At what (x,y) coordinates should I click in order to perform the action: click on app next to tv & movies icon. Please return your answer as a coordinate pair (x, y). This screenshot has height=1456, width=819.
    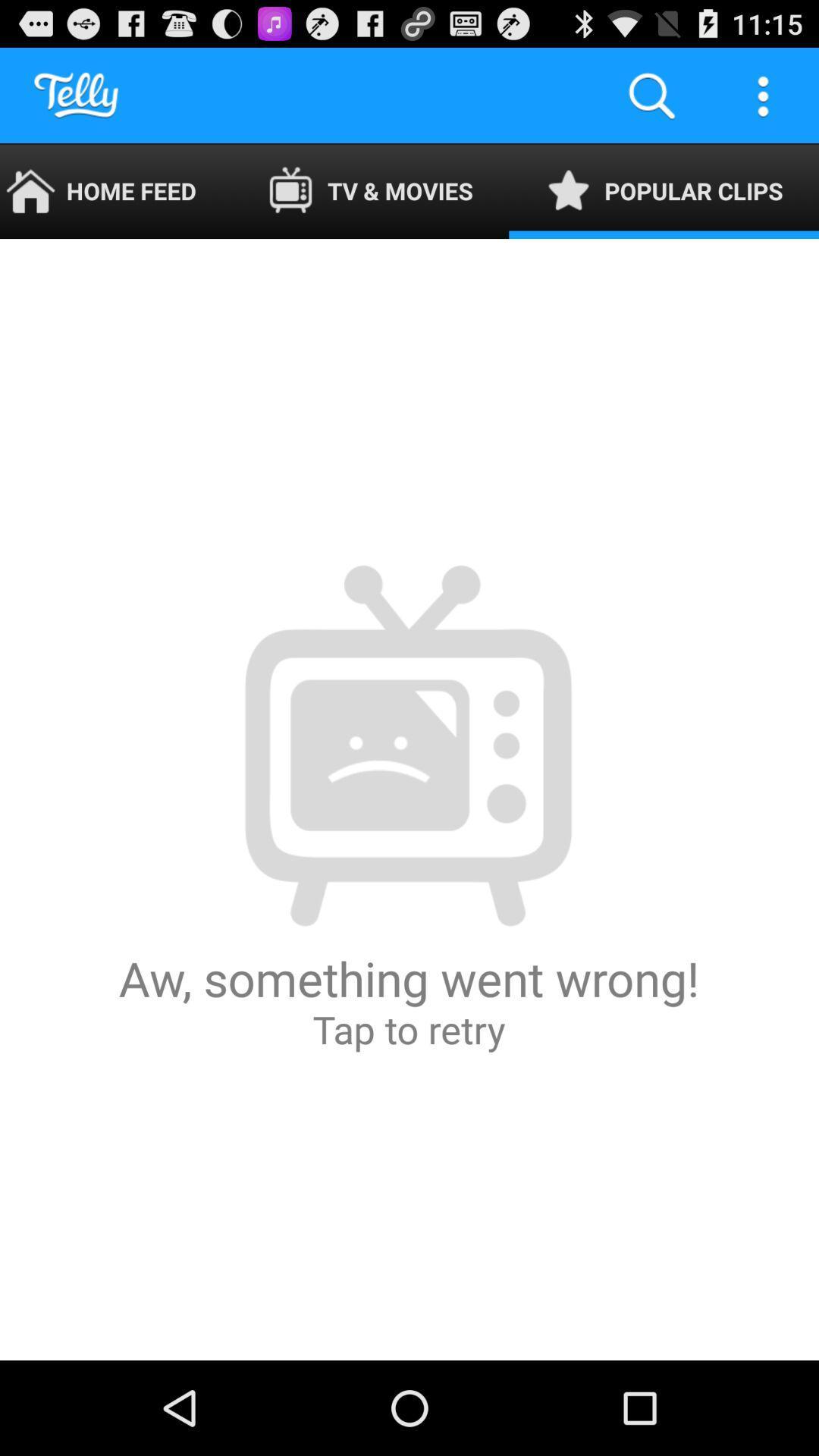
    Looking at the image, I should click on (651, 94).